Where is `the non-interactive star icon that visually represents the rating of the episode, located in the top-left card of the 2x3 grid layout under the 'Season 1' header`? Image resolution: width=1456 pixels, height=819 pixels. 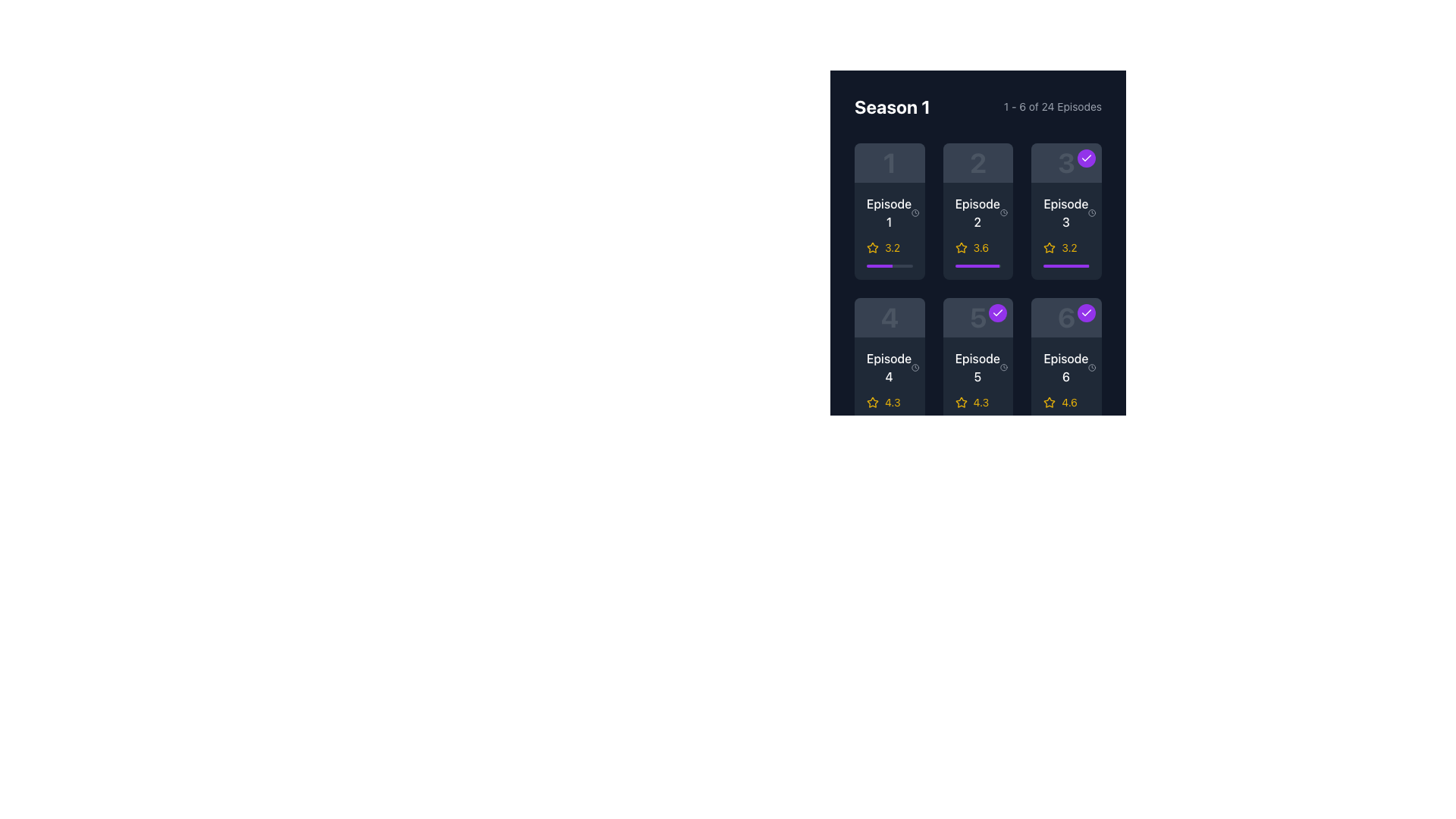 the non-interactive star icon that visually represents the rating of the episode, located in the top-left card of the 2x3 grid layout under the 'Season 1' header is located at coordinates (873, 247).